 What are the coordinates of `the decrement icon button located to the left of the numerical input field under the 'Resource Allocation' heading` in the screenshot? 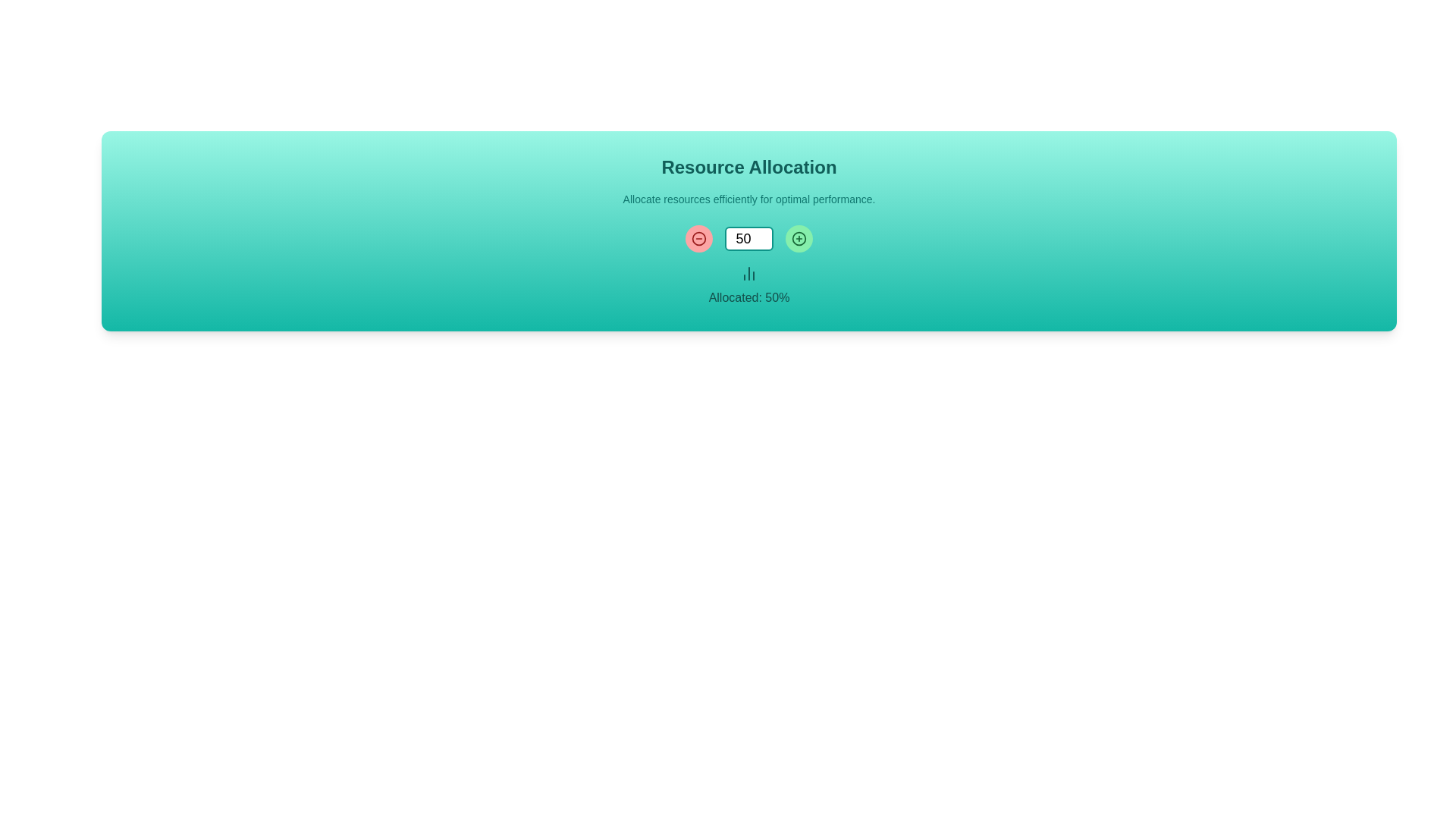 It's located at (698, 239).